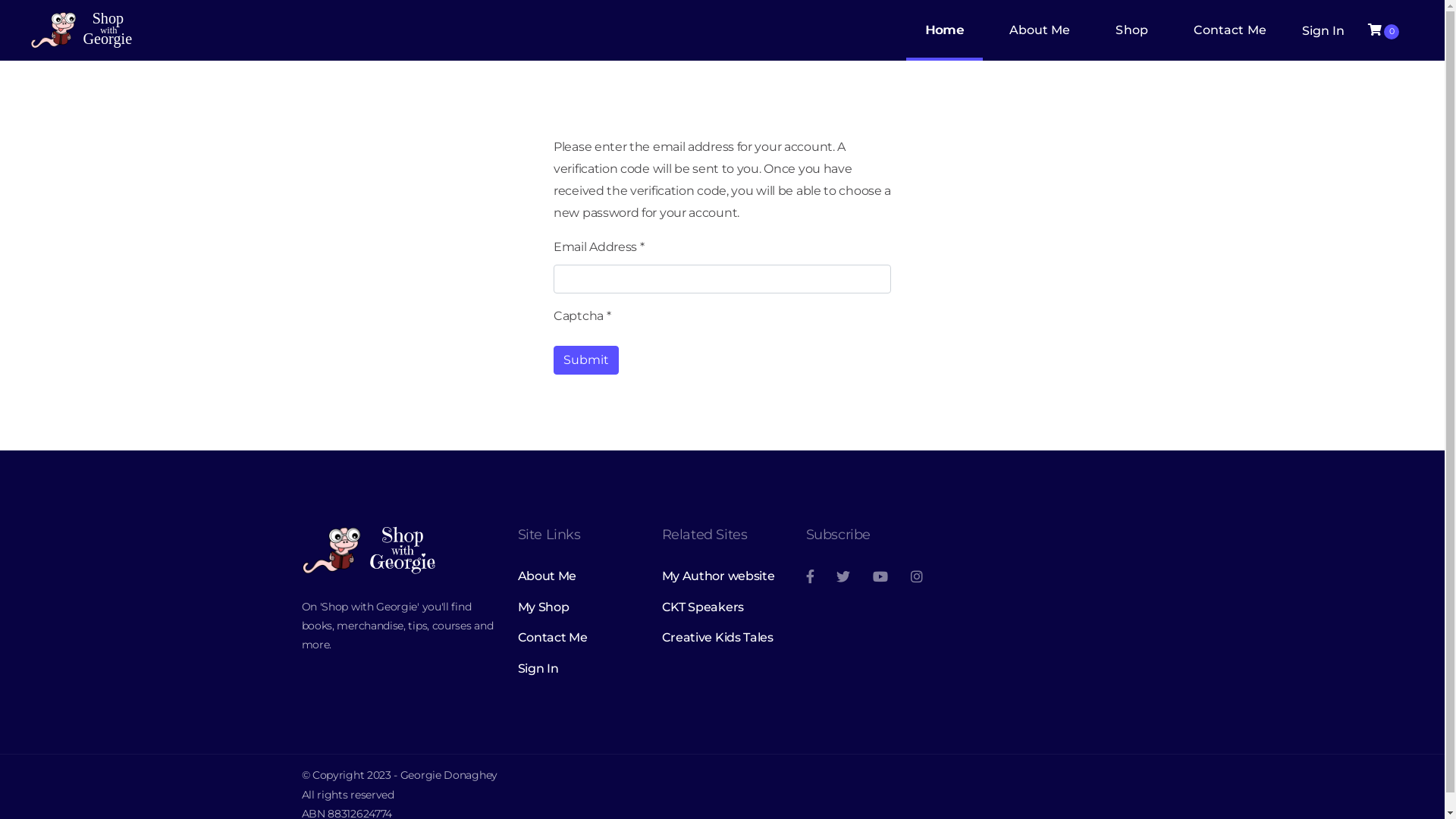 This screenshot has width=1456, height=819. What do you see at coordinates (585, 359) in the screenshot?
I see `'Submit'` at bounding box center [585, 359].